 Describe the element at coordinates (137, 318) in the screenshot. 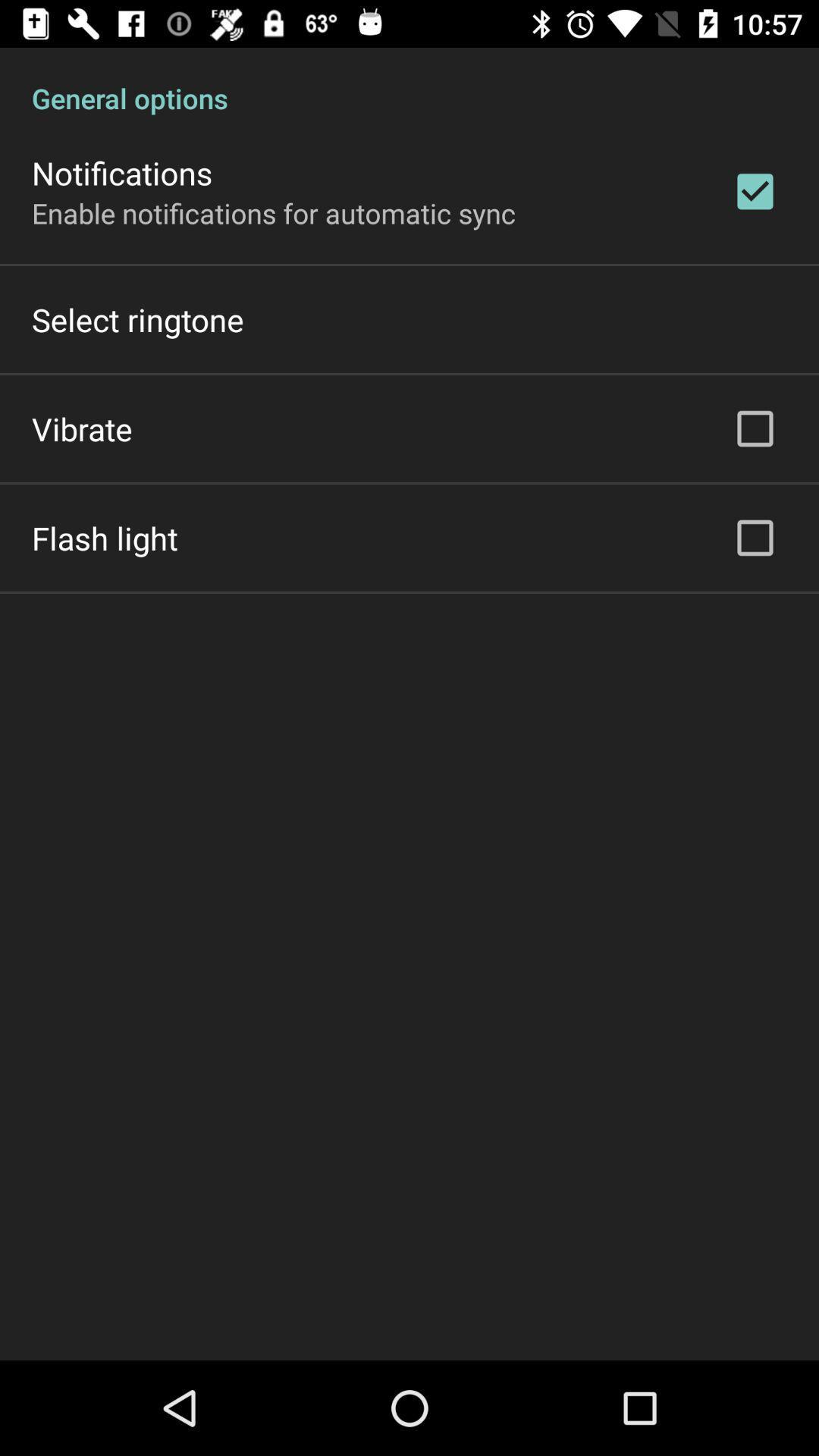

I see `the item above the vibrate icon` at that location.